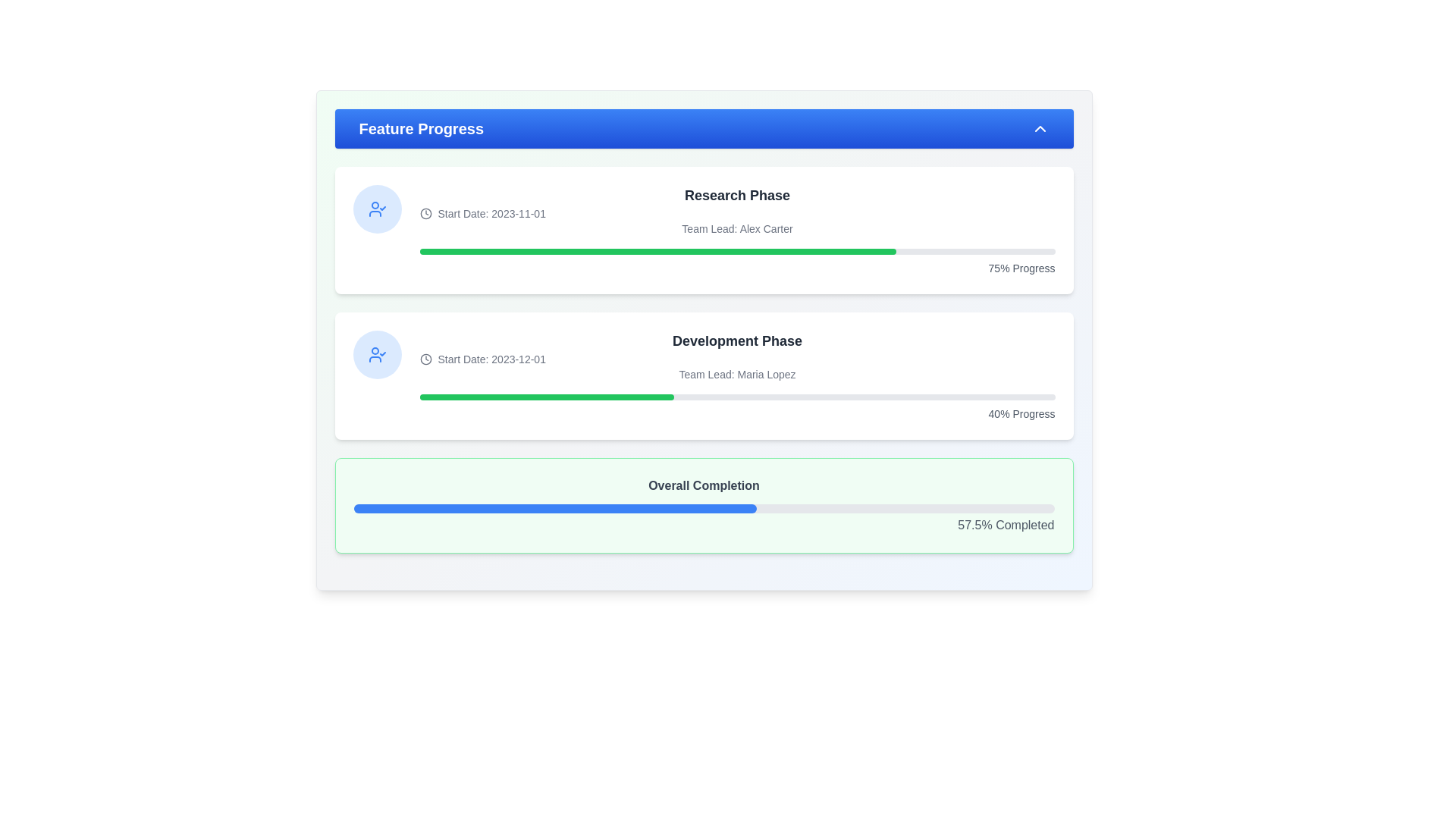 Image resolution: width=1456 pixels, height=819 pixels. What do you see at coordinates (1039, 127) in the screenshot?
I see `the icon located at the top right corner of the 'Feature Progress' section header` at bounding box center [1039, 127].